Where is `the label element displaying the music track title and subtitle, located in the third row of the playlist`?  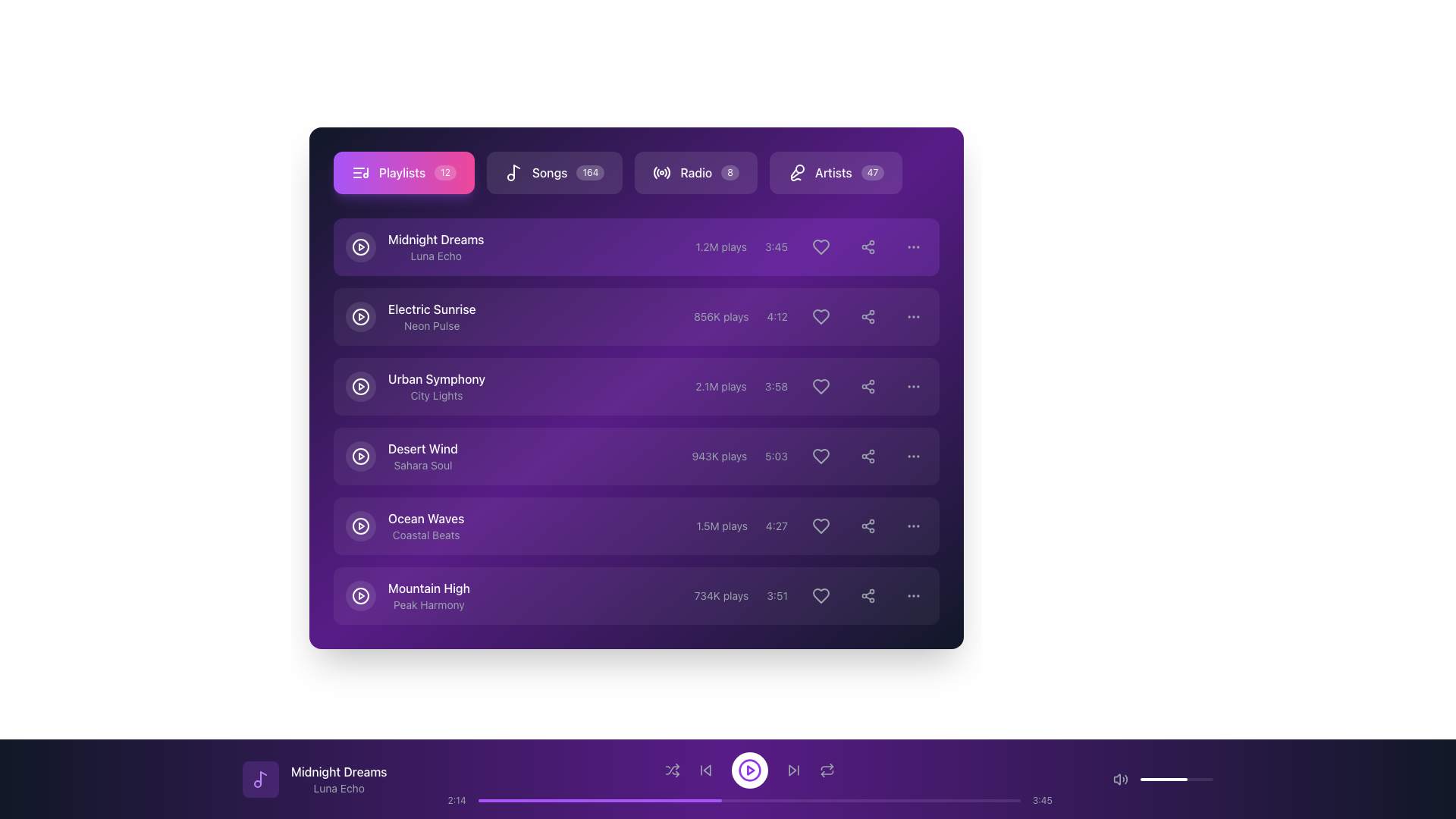 the label element displaying the music track title and subtitle, located in the third row of the playlist is located at coordinates (436, 385).